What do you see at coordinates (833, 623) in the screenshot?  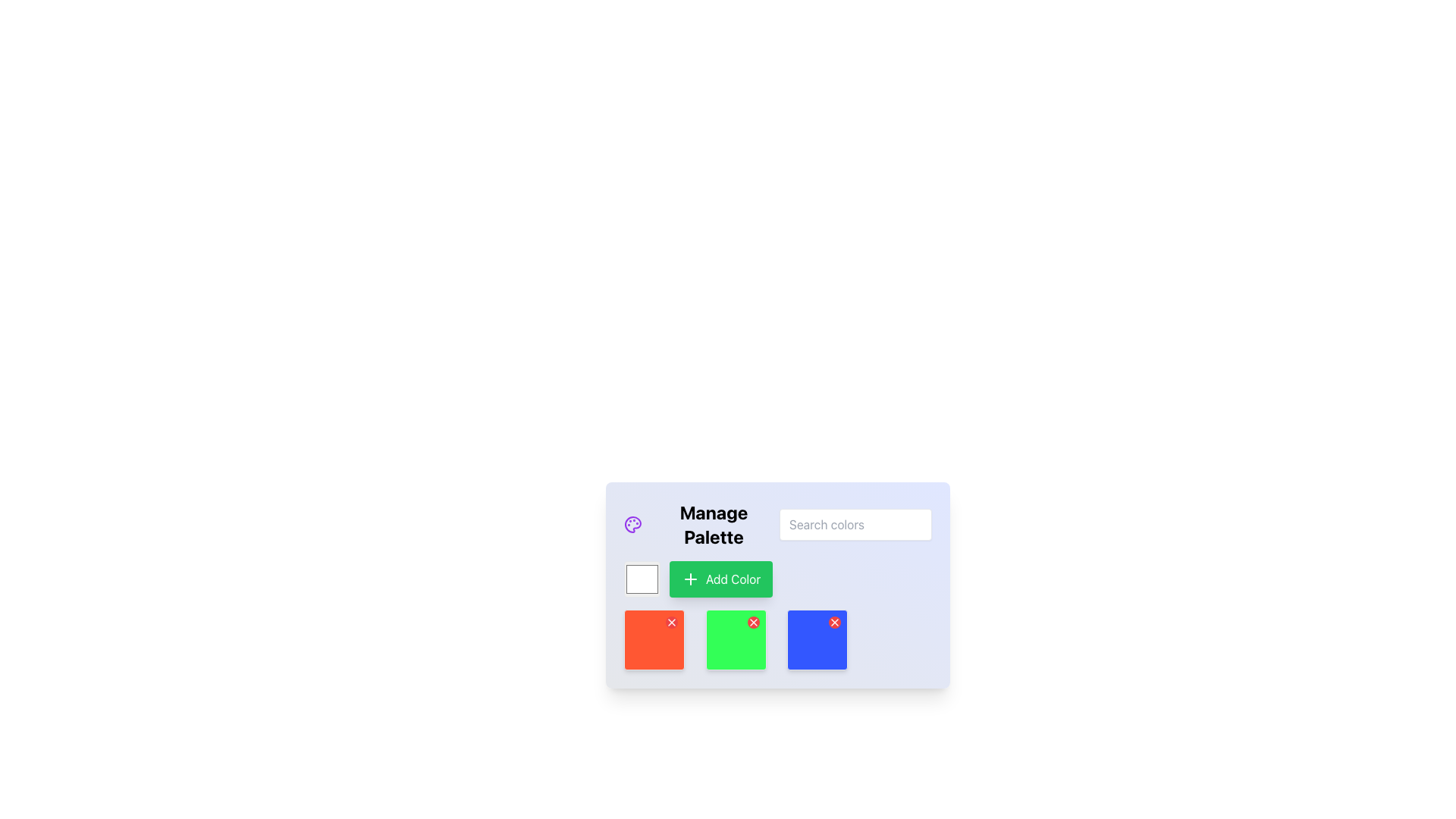 I see `the small circular button with a red background and white cross icon located at the top-right corner of the blue card` at bounding box center [833, 623].